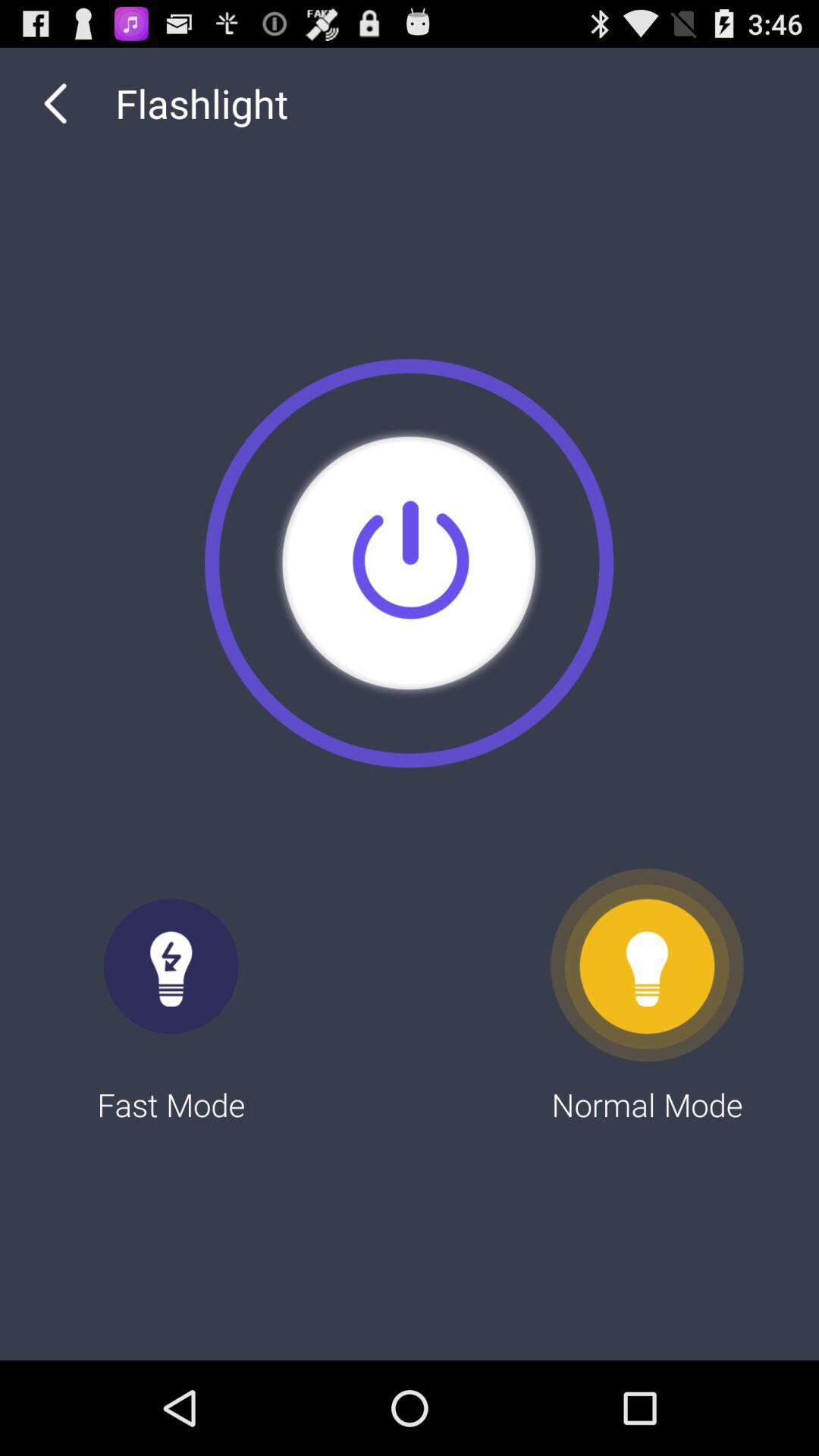  What do you see at coordinates (55, 102) in the screenshot?
I see `icon to the left of flashlight app` at bounding box center [55, 102].